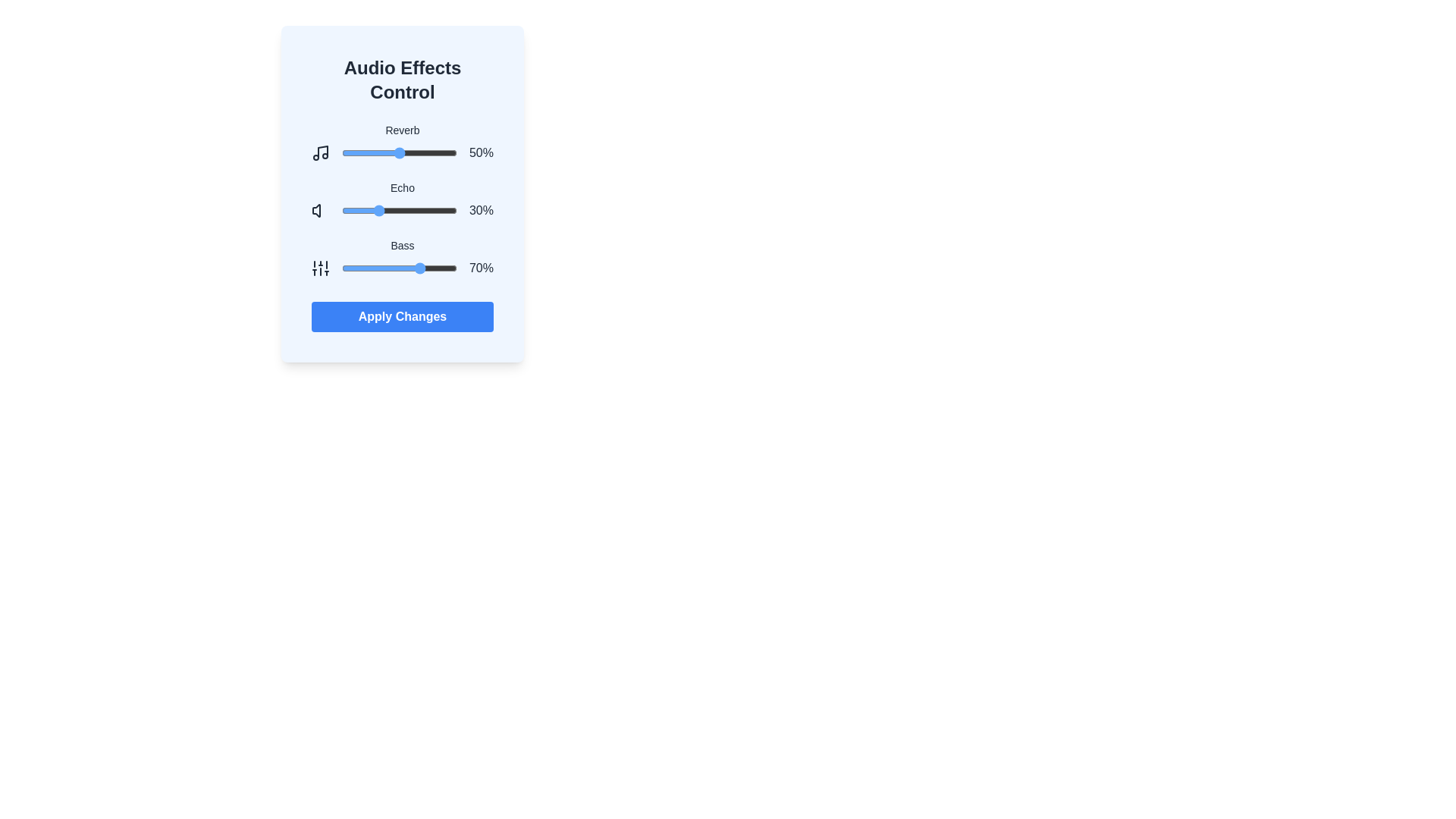  Describe the element at coordinates (446, 210) in the screenshot. I see `Echo effect level` at that location.